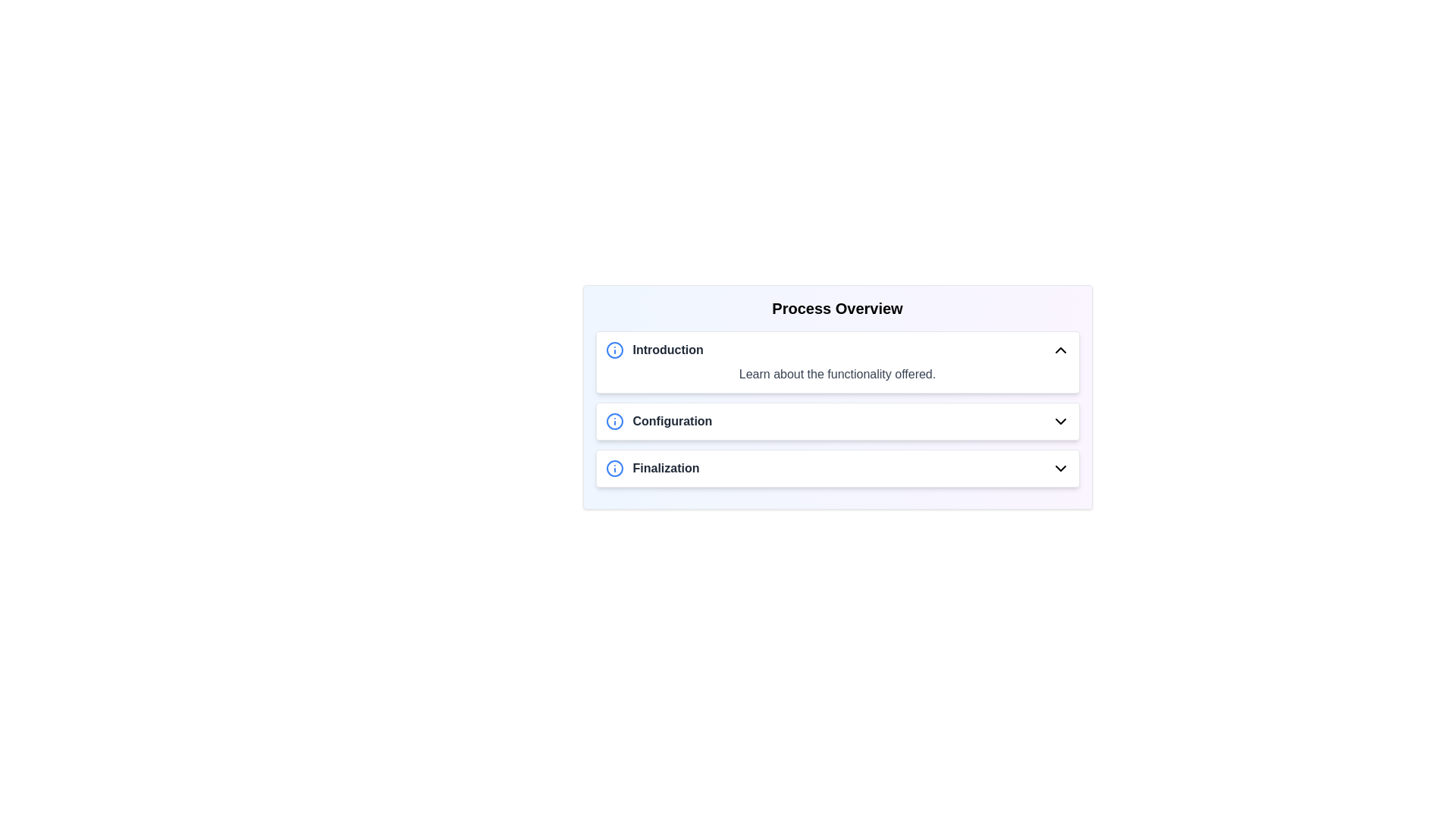  Describe the element at coordinates (671, 421) in the screenshot. I see `the Text label that serves as the title for a configuration section in the Process Overview panel, located beneath the 'Introduction' section and above the 'Finalization' section` at that location.